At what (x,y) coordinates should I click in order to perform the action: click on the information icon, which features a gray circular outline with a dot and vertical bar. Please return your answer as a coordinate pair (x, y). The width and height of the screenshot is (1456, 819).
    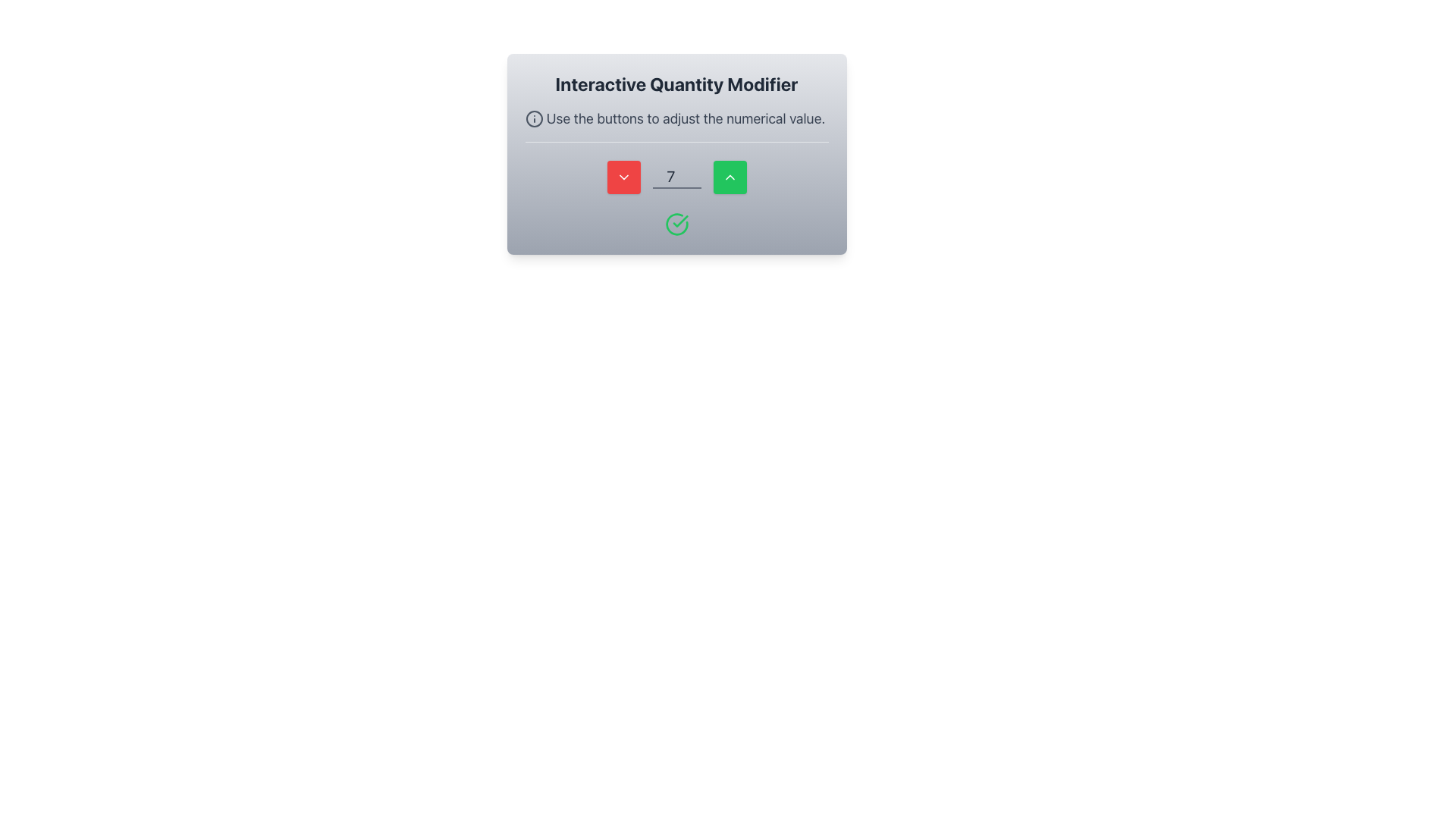
    Looking at the image, I should click on (534, 118).